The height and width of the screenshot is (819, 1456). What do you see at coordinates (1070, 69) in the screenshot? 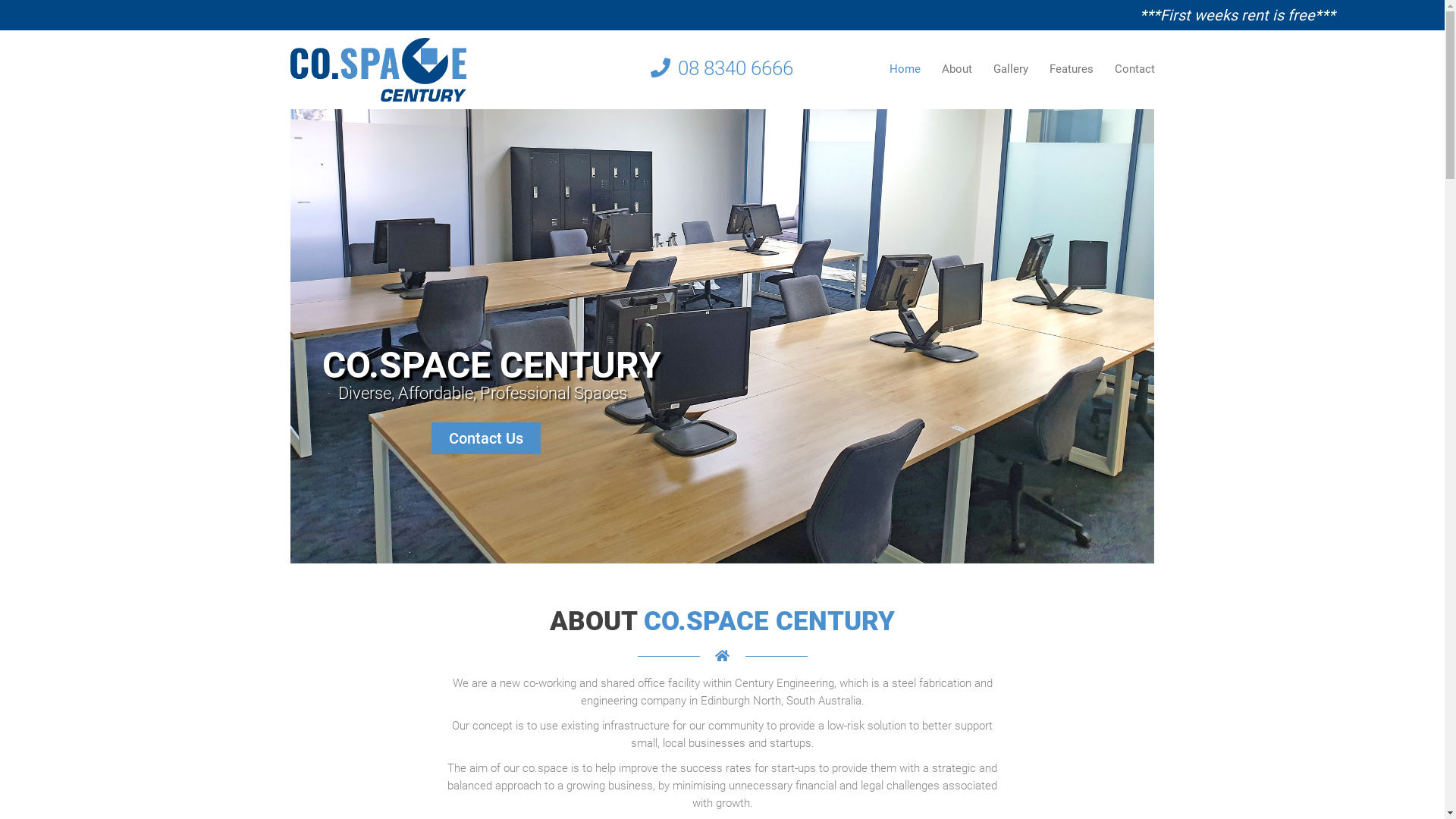
I see `'Features'` at bounding box center [1070, 69].